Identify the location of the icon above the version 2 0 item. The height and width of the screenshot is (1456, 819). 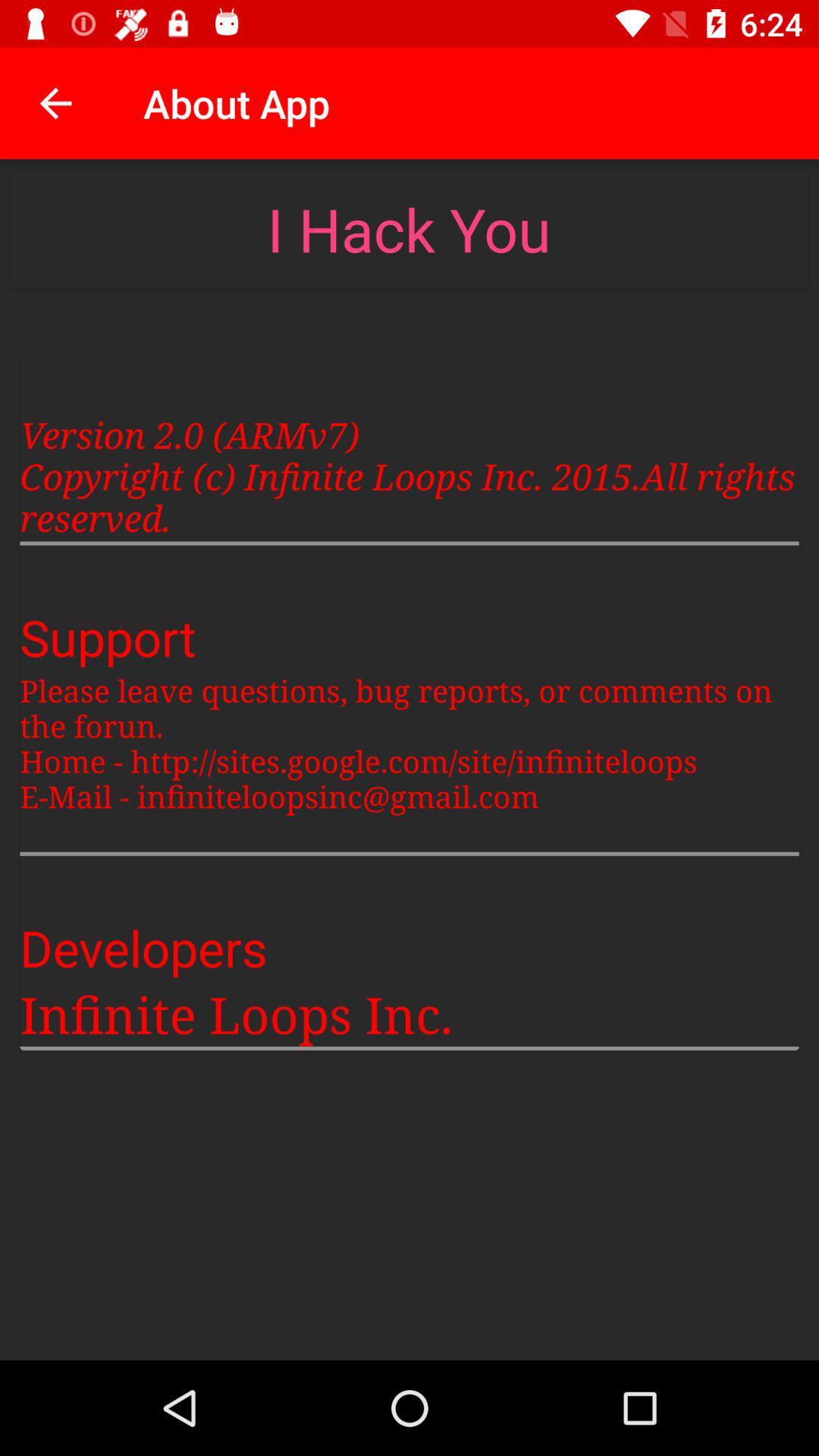
(55, 102).